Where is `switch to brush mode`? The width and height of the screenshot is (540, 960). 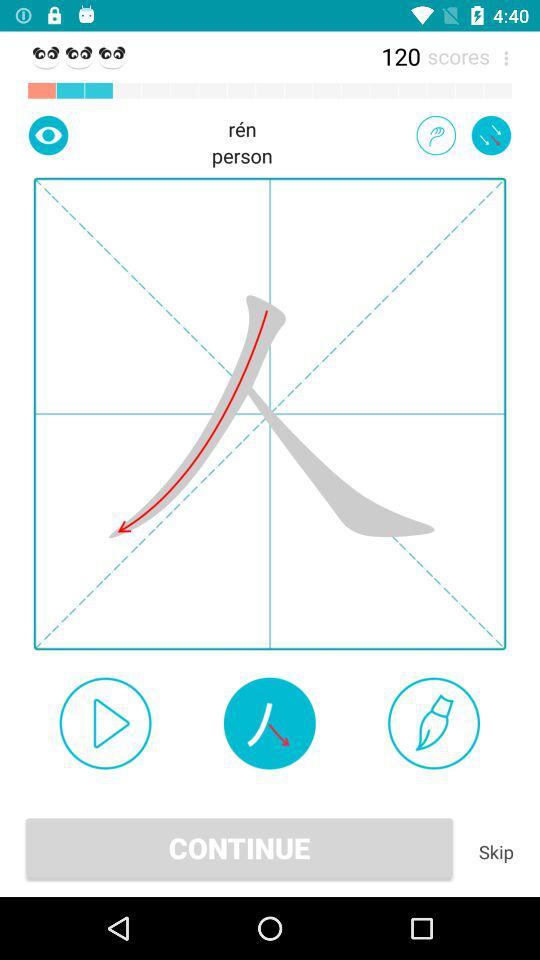 switch to brush mode is located at coordinates (433, 722).